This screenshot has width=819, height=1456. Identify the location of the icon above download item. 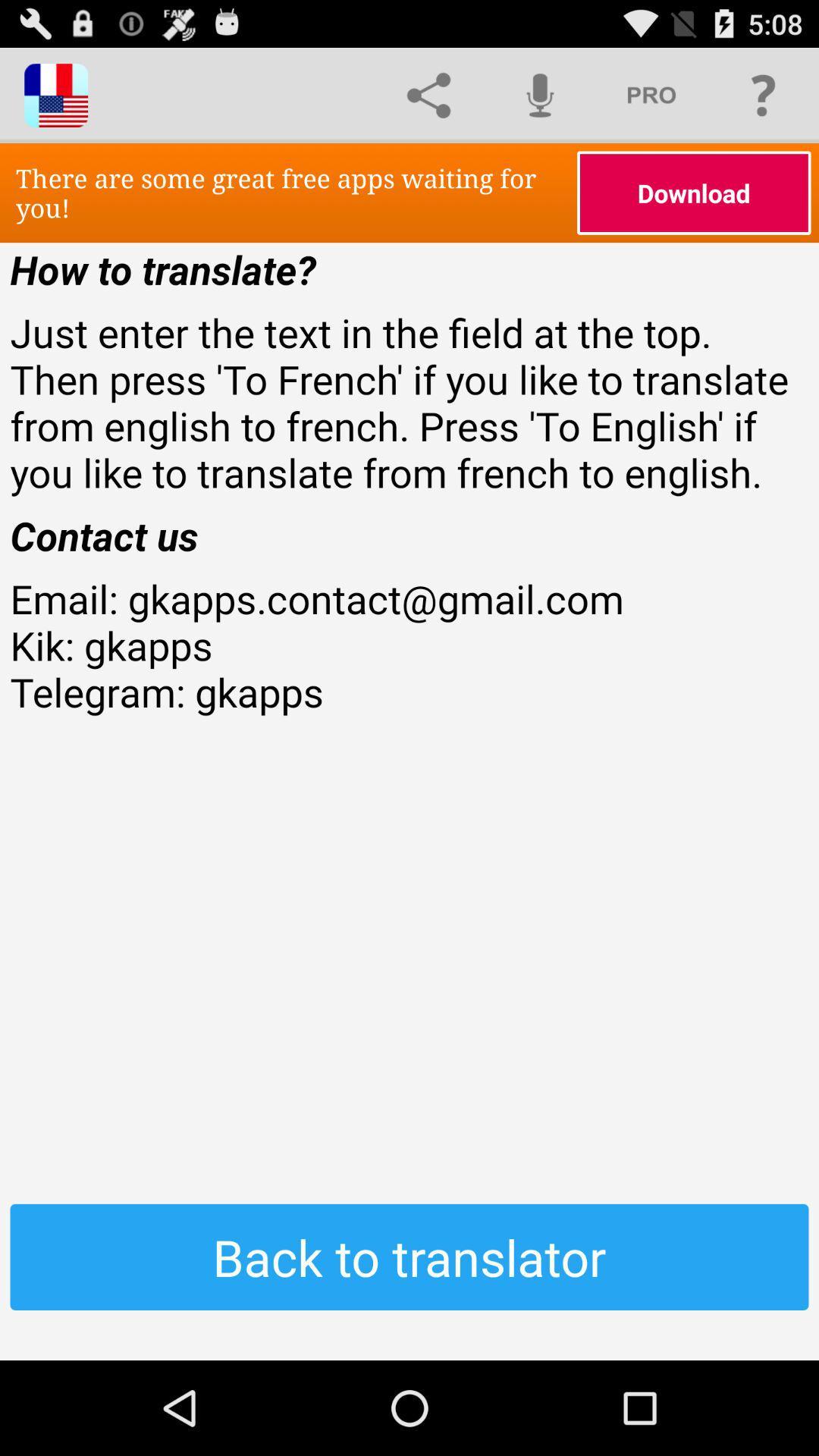
(651, 94).